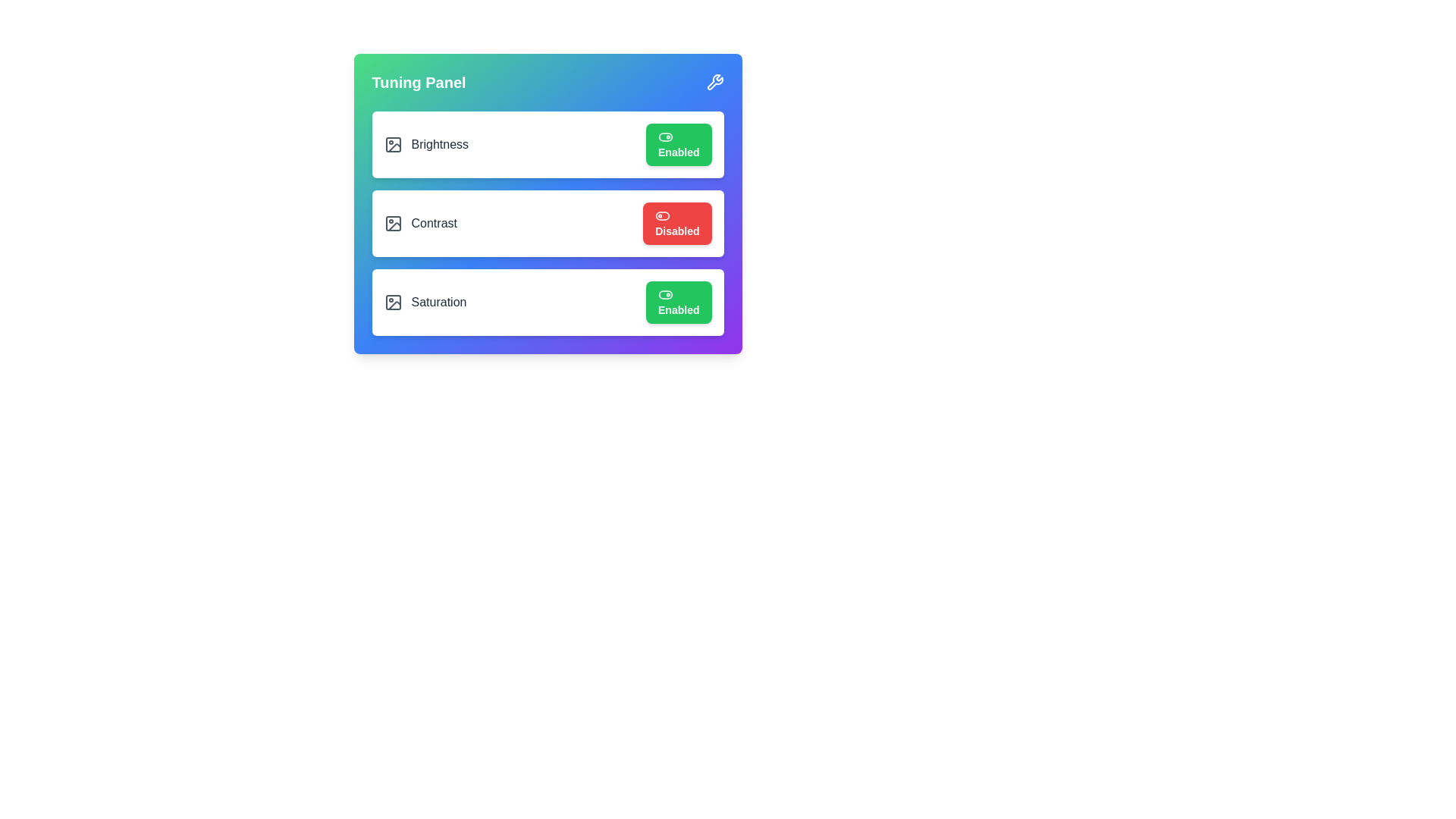  I want to click on the wrench icon located at the top-right corner of the panel, so click(714, 82).